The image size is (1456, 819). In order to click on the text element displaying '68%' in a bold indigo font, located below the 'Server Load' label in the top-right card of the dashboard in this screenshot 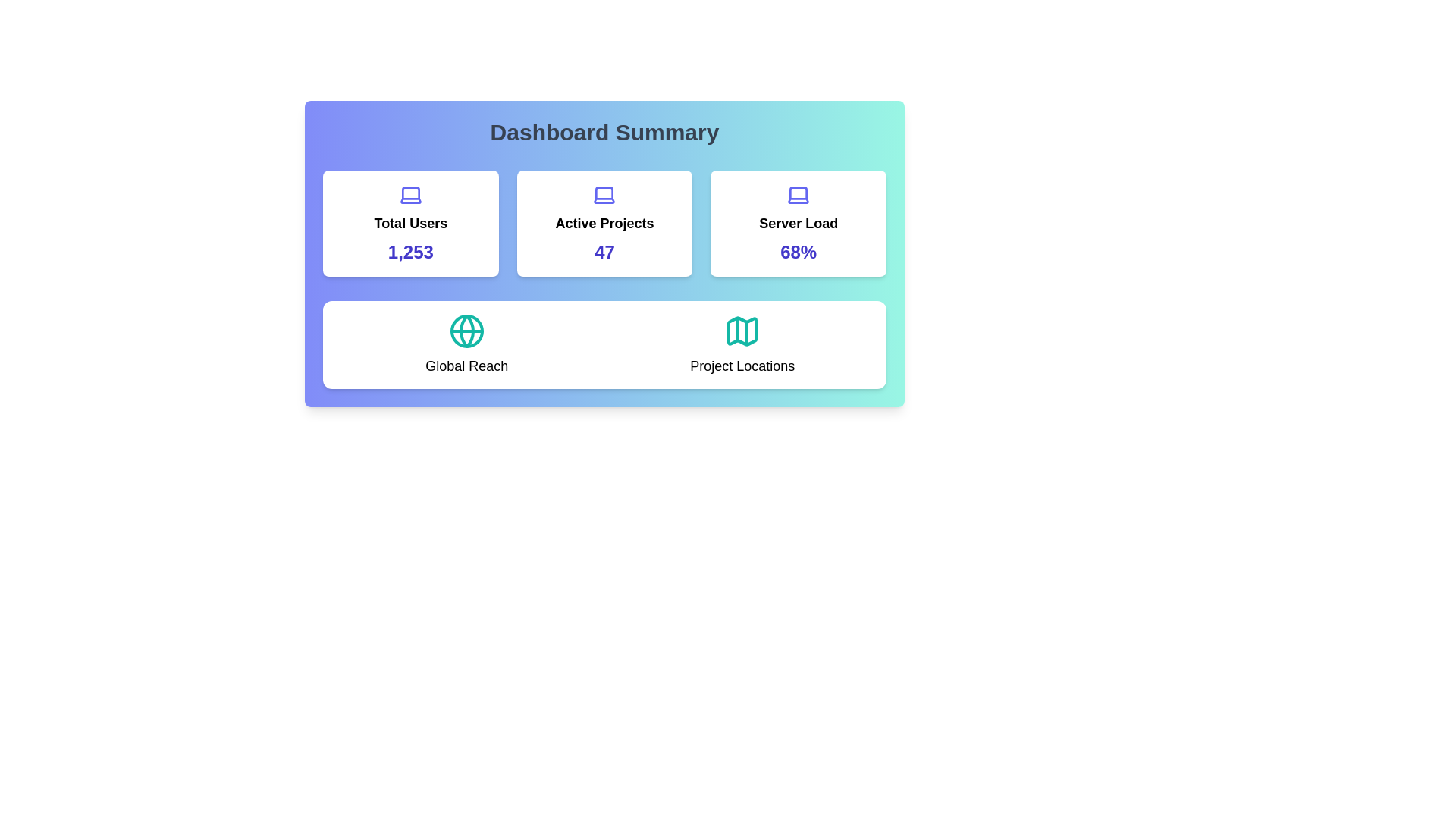, I will do `click(798, 251)`.